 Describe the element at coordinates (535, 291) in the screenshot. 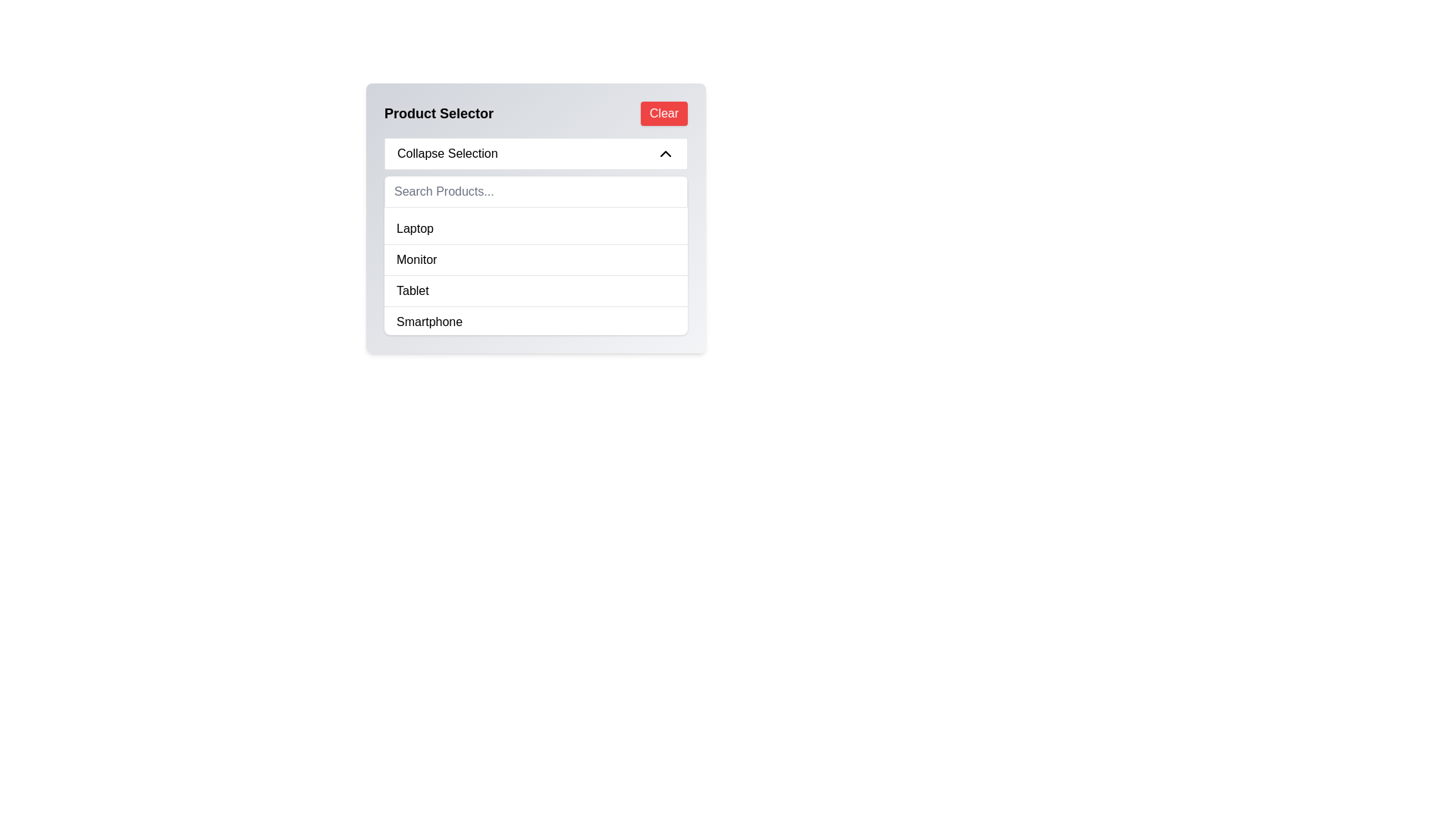

I see `the third list item in the 'Product Selector' dropdown, which represents the 'Tablet' option` at that location.